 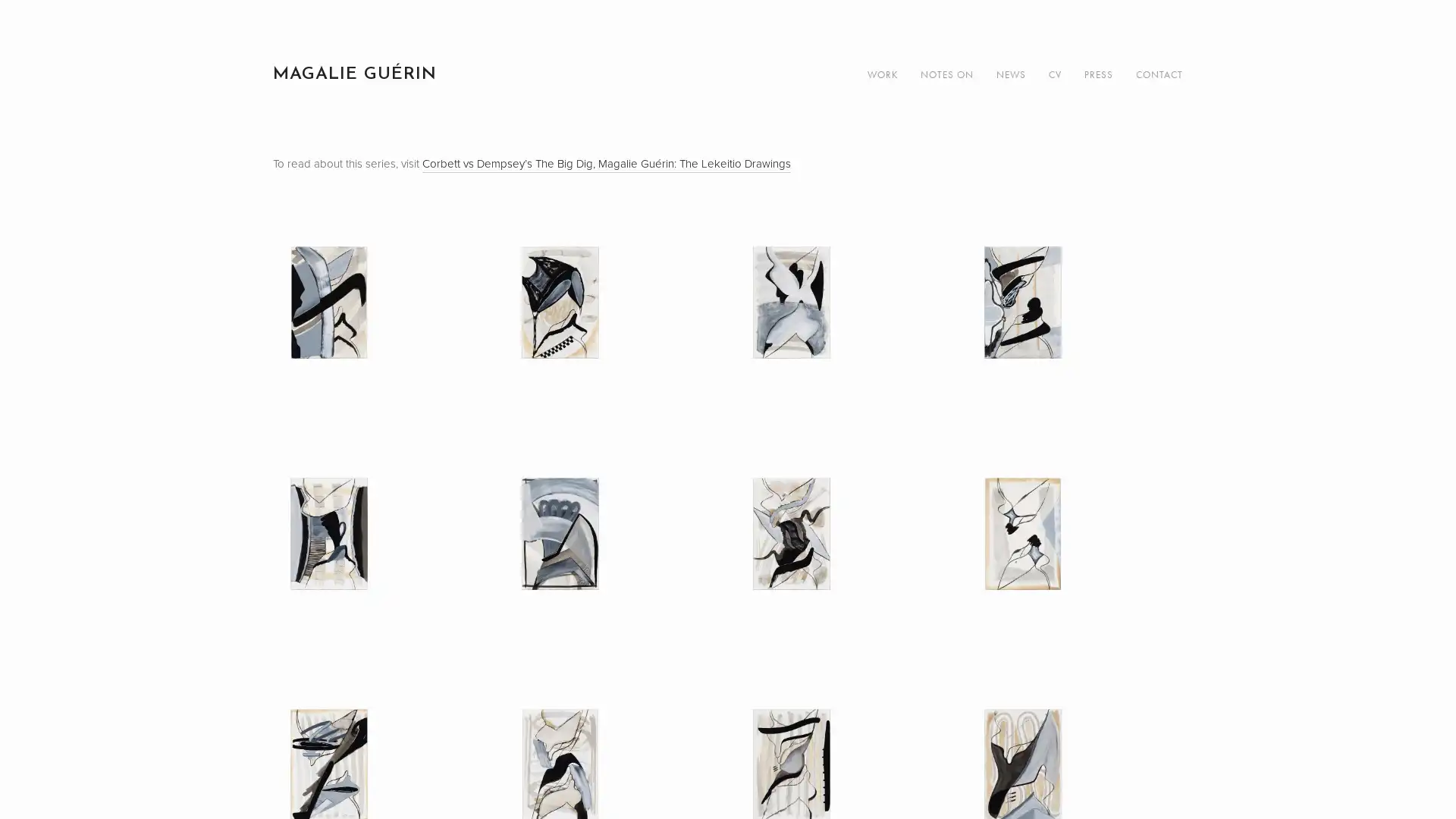 What do you see at coordinates (1074, 585) in the screenshot?
I see `View fullsize Untitled (LK 08), 2019` at bounding box center [1074, 585].